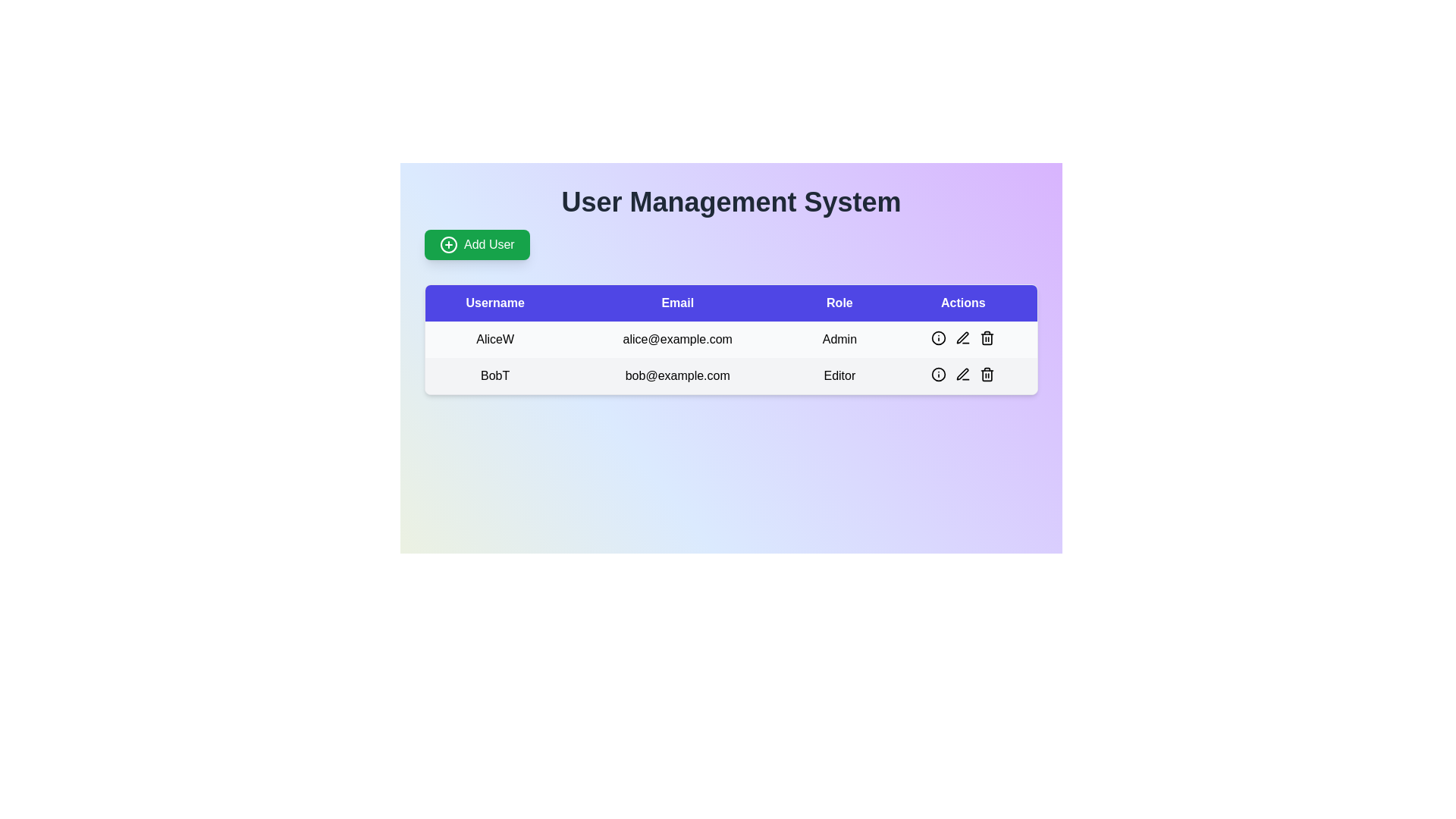  I want to click on the decorative icon part of the trash can located in the 'Actions' column of the first row in the table-style UI, so click(987, 338).